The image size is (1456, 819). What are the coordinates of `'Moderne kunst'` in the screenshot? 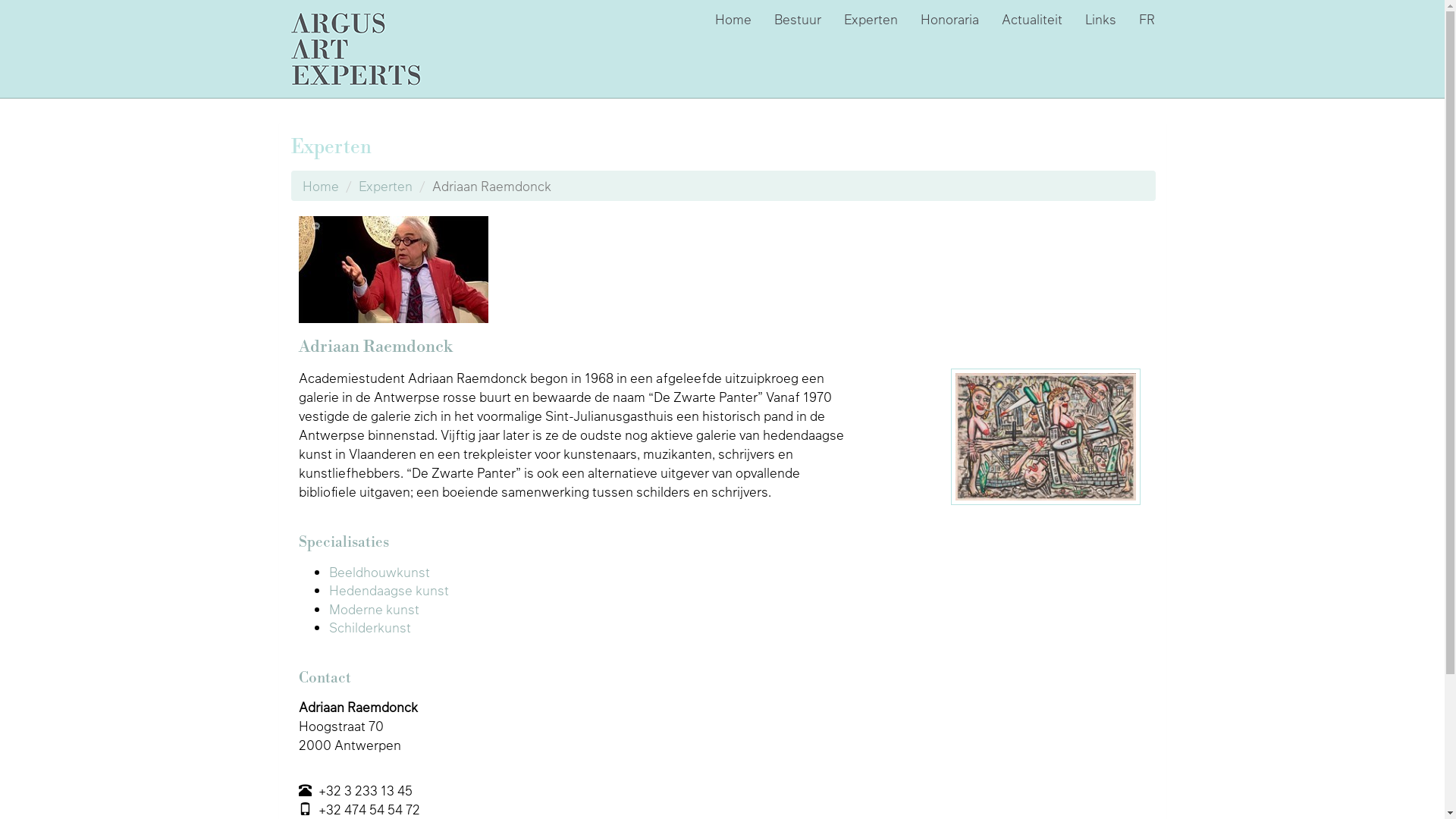 It's located at (374, 607).